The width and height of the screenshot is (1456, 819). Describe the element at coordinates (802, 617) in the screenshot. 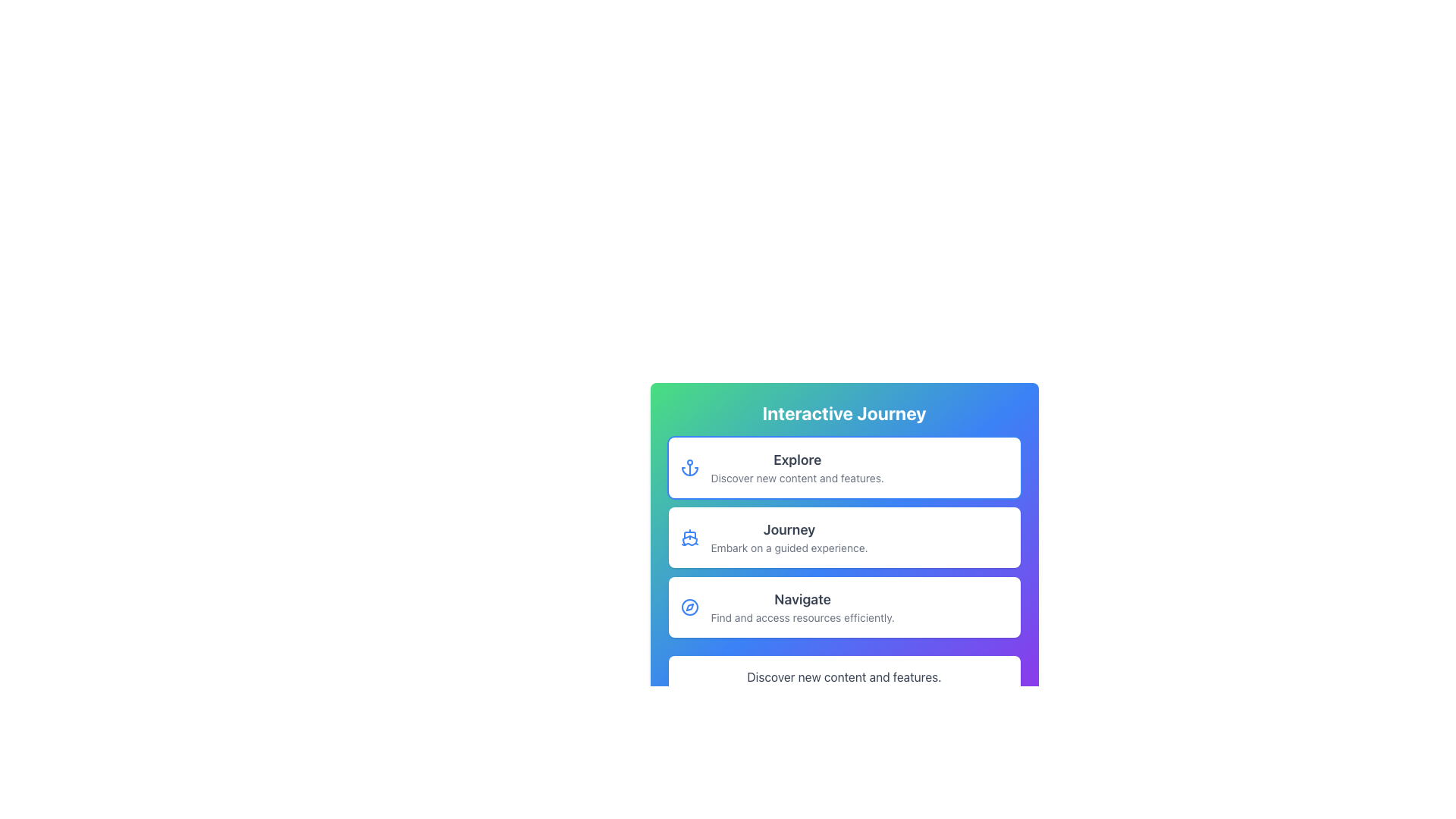

I see `the text label that reads 'Find and access resources efficiently.' located below the heading 'Navigate'` at that location.